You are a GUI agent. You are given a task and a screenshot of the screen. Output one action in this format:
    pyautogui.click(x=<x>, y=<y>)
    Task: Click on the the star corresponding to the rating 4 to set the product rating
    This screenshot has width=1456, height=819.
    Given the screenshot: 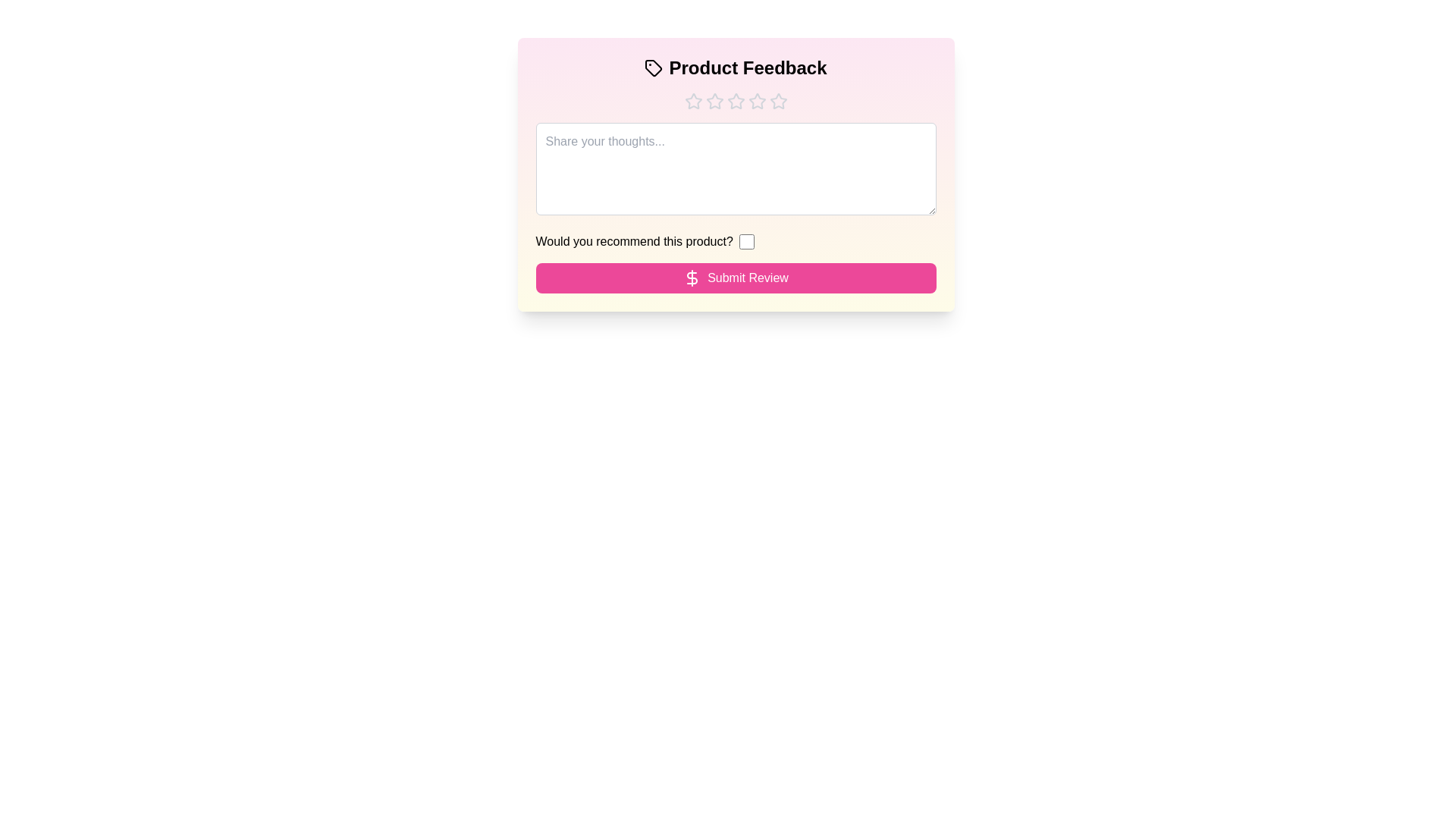 What is the action you would take?
    pyautogui.click(x=757, y=102)
    